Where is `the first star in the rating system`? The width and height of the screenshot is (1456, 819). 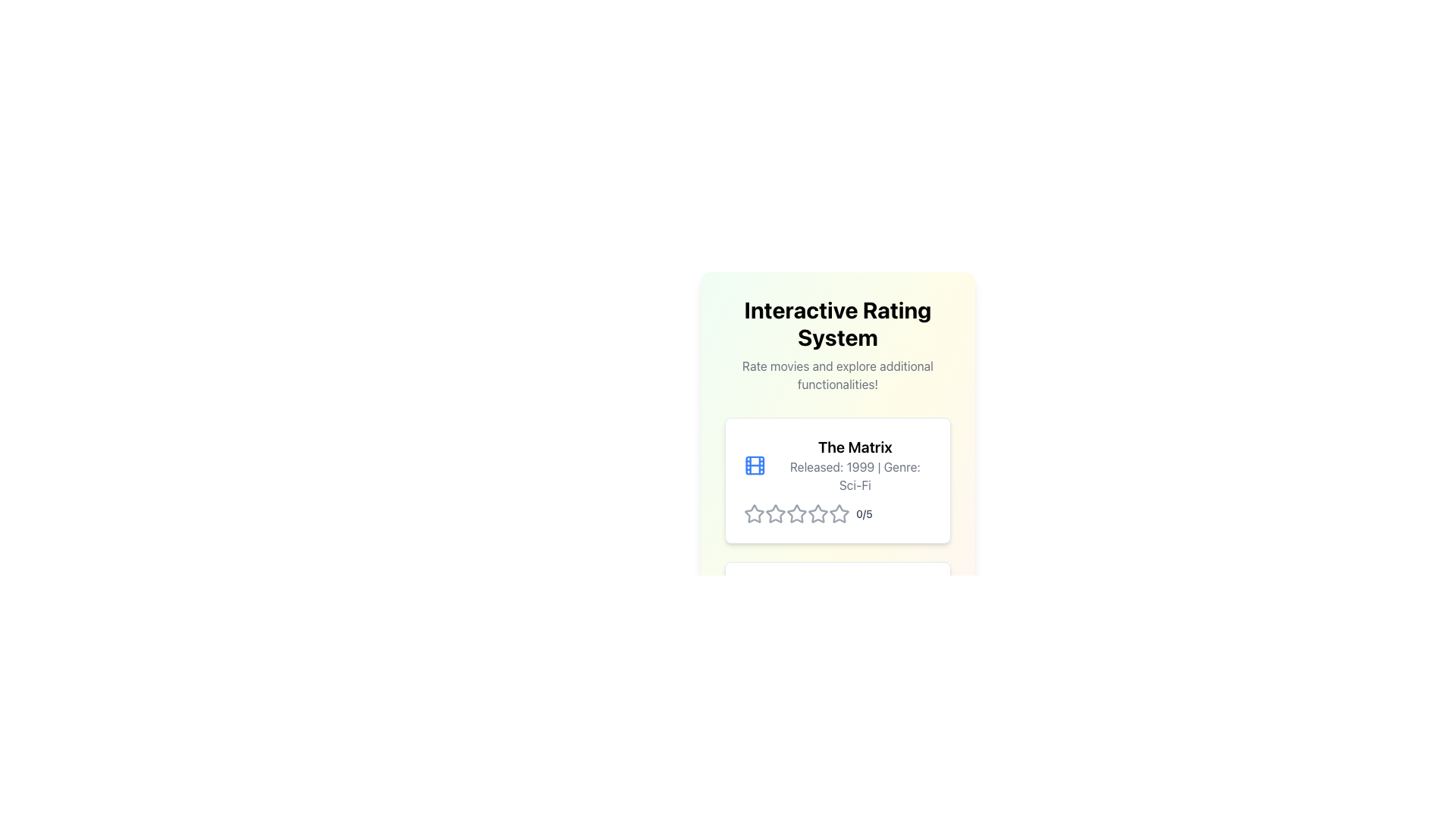 the first star in the rating system is located at coordinates (775, 513).